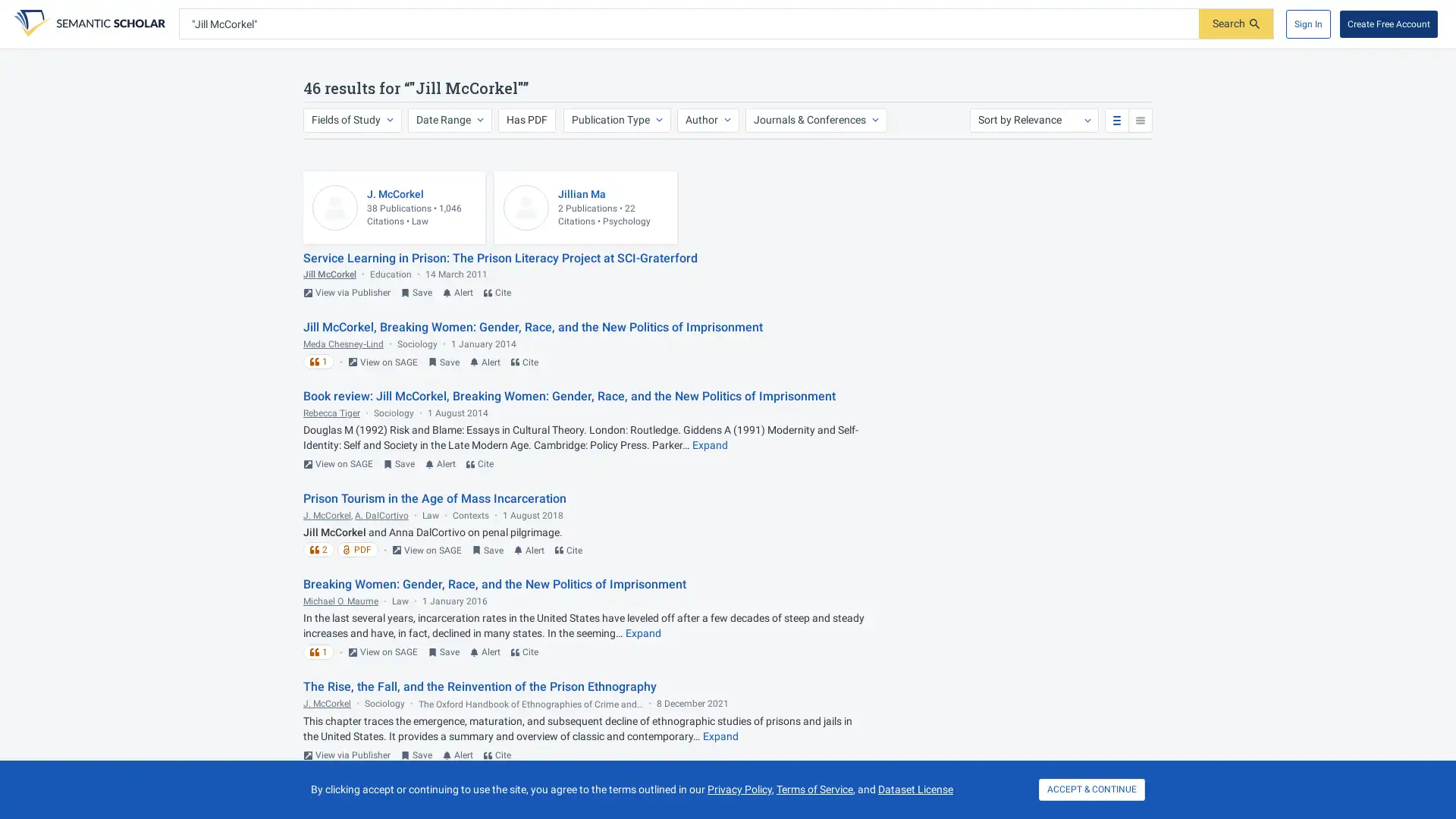 Image resolution: width=1456 pixels, height=819 pixels. I want to click on Author, so click(706, 119).